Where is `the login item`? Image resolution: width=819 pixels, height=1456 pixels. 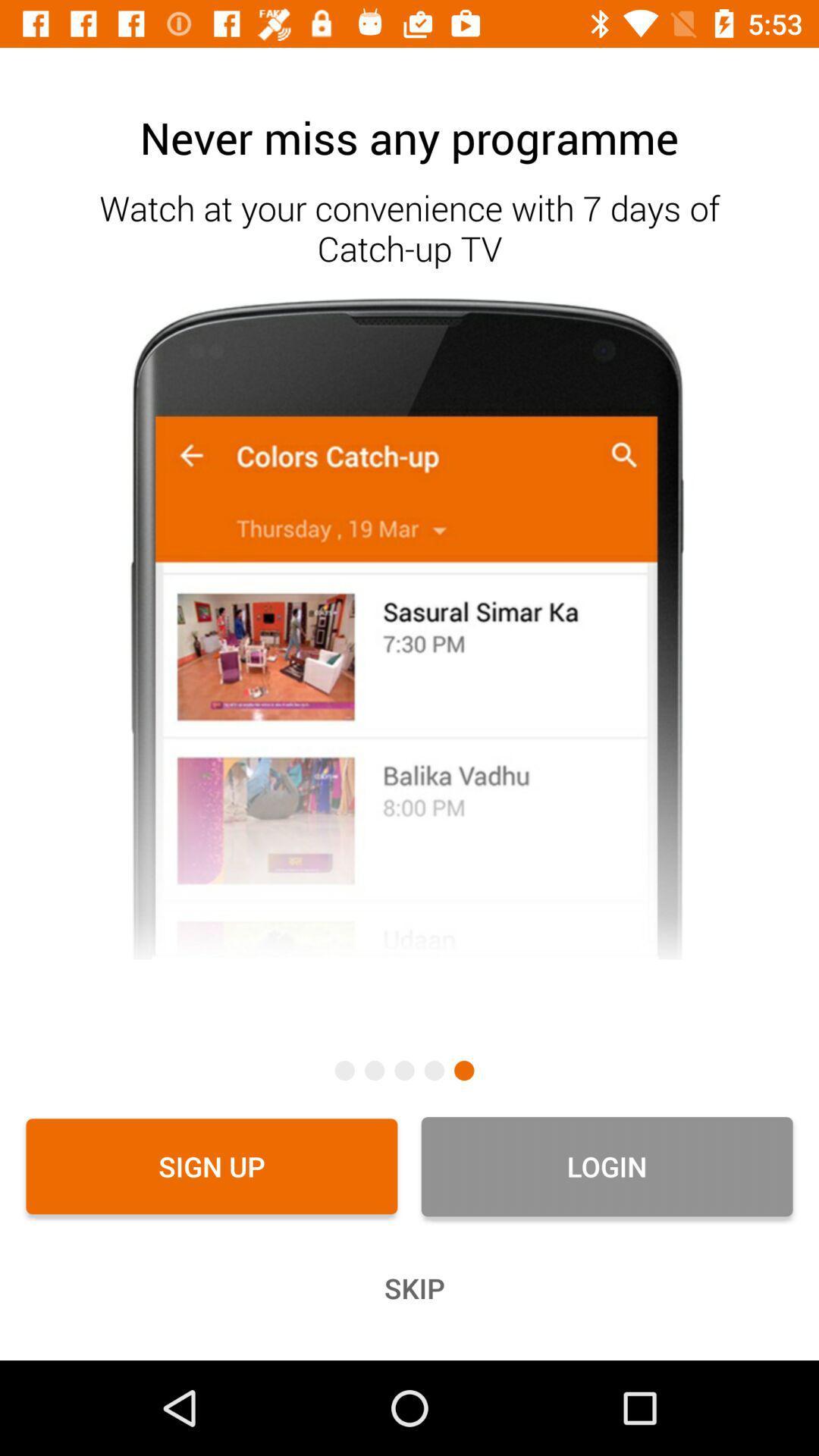 the login item is located at coordinates (606, 1166).